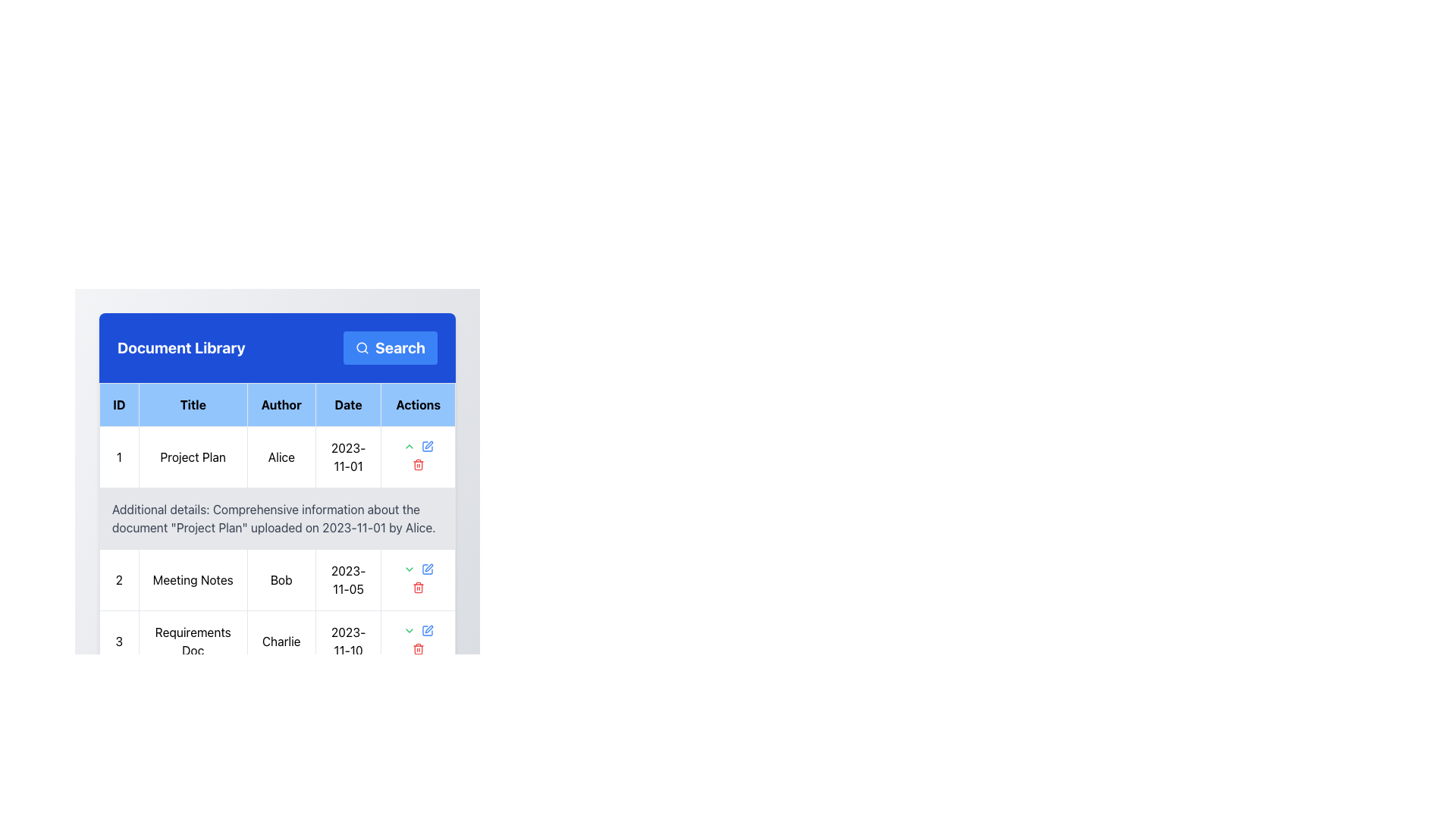  Describe the element at coordinates (347, 579) in the screenshot. I see `the text label displaying the date '2023-11-05', styled with a border, located in the fourth column of the second row in the table under the 'Date' header` at that location.